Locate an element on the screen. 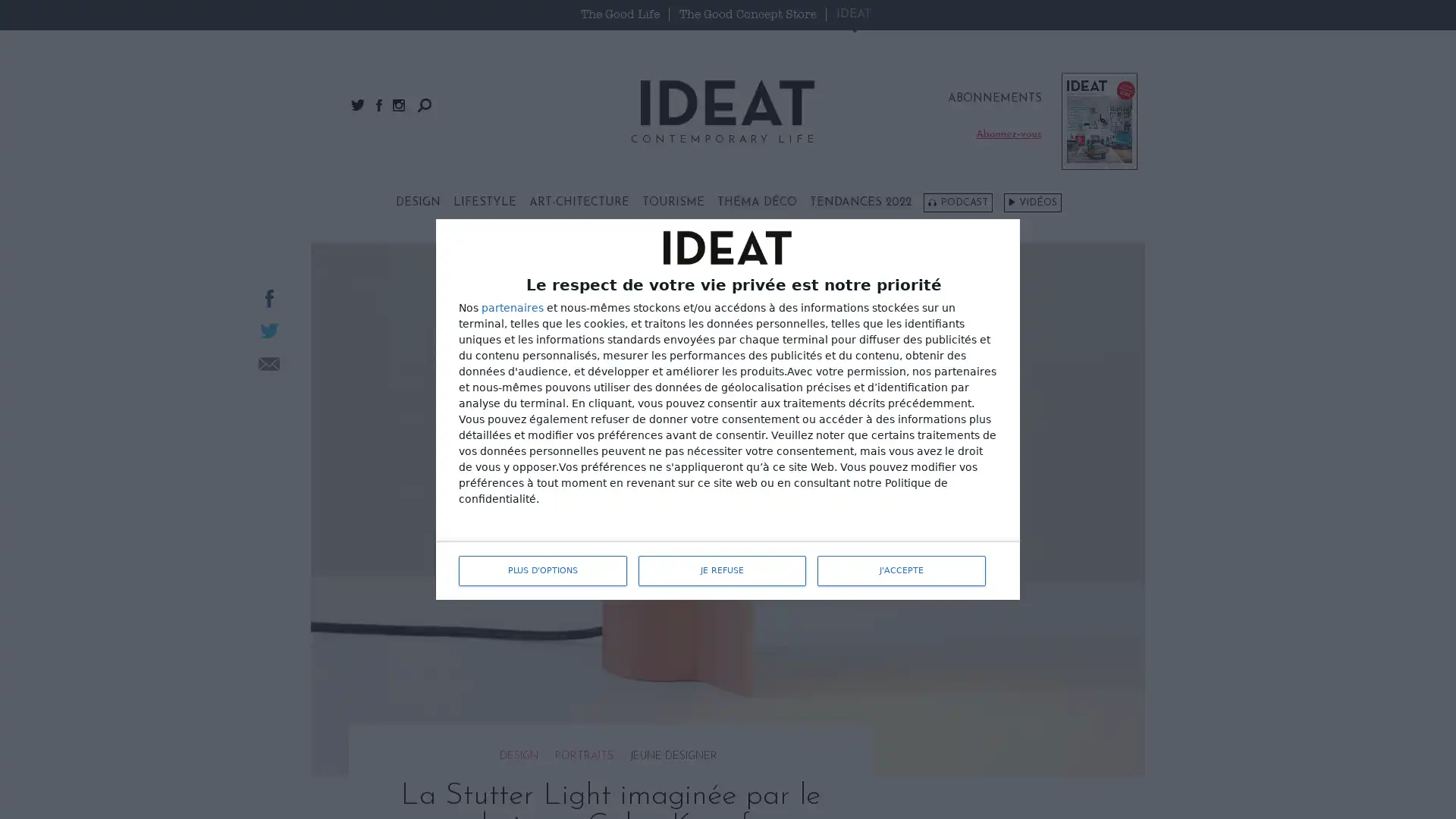  J'ACCEPTE is located at coordinates (902, 570).